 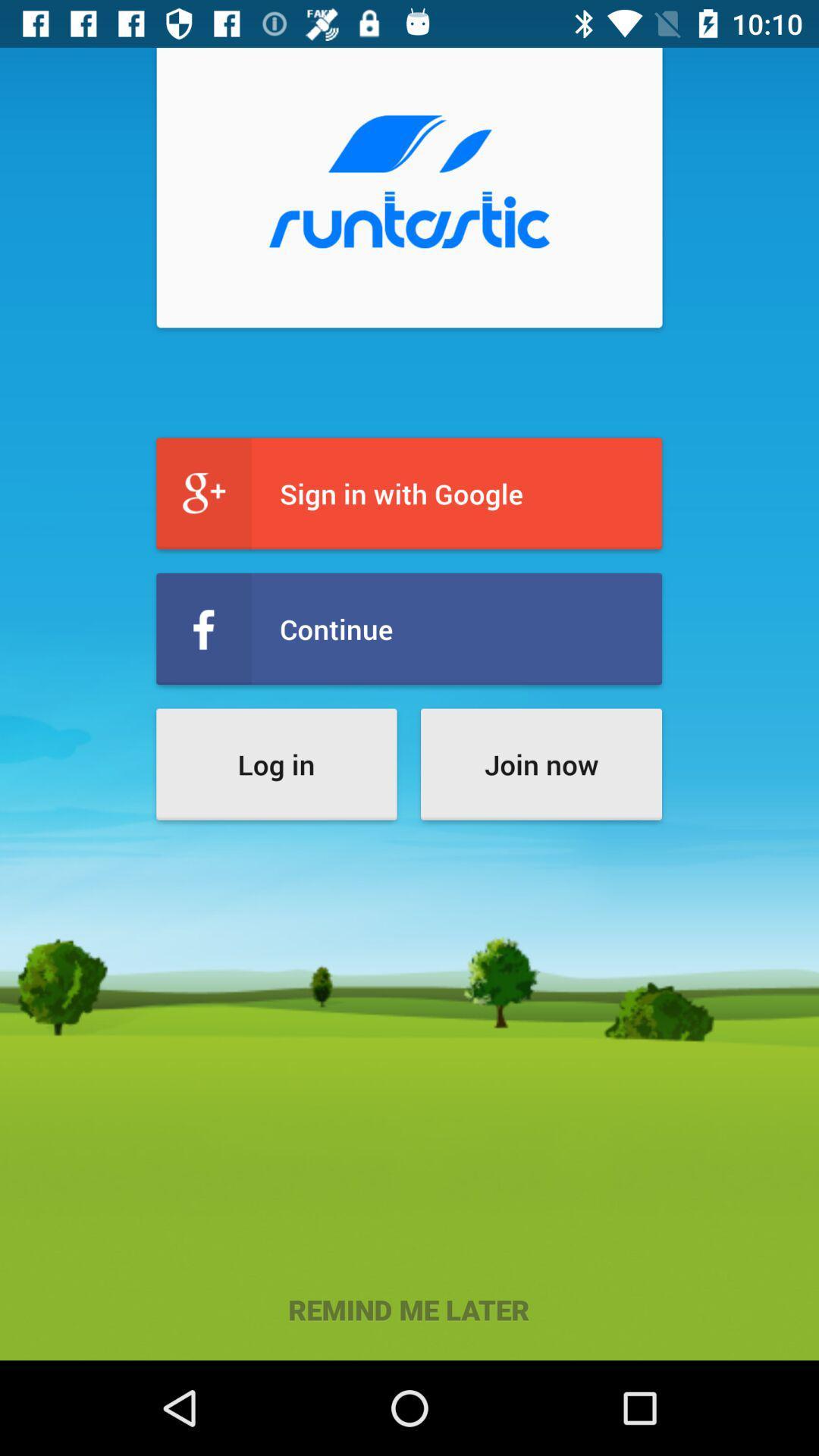 I want to click on icon below the sign in with item, so click(x=408, y=629).